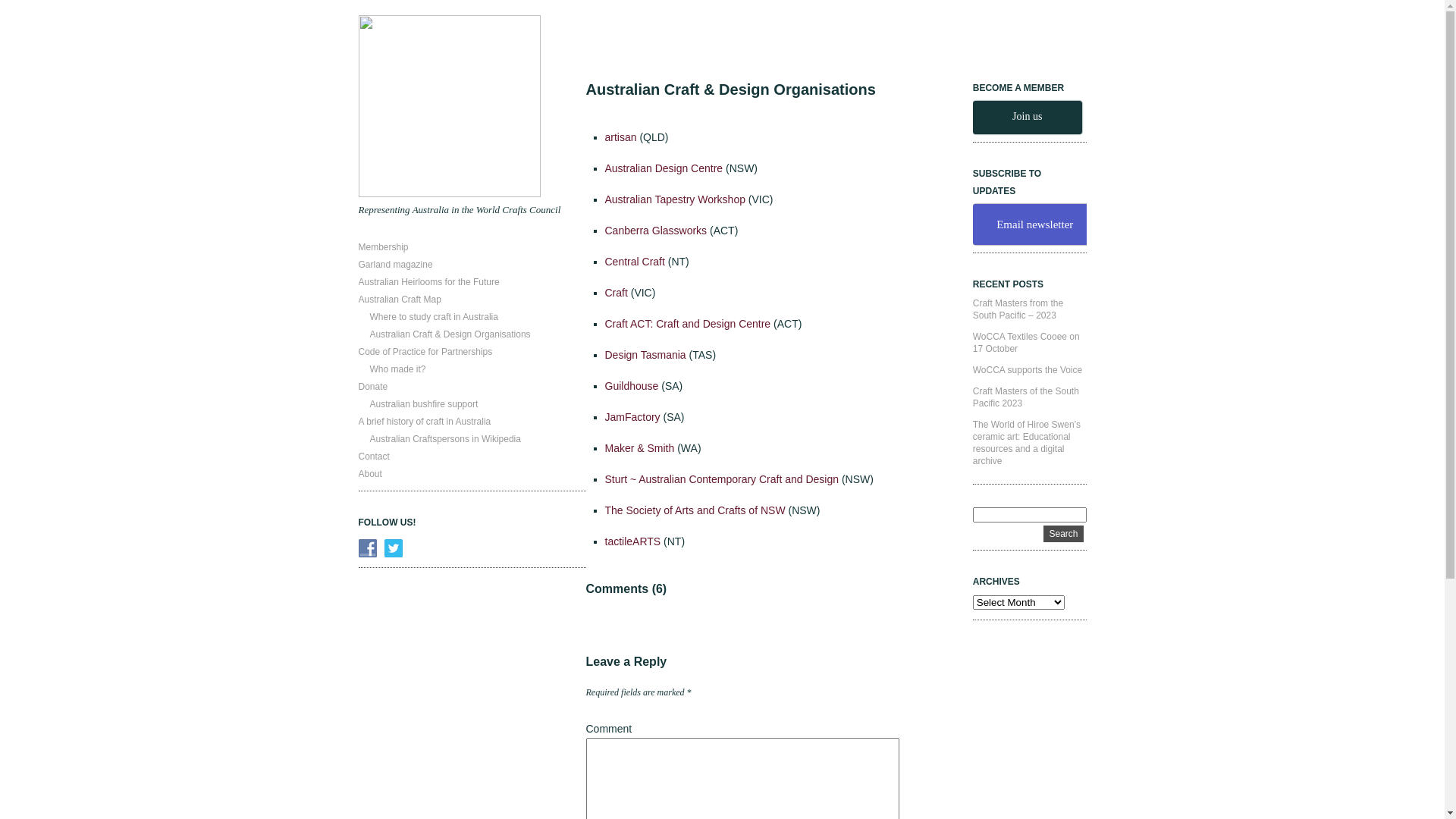 This screenshot has height=819, width=1456. I want to click on 'Central Craft', so click(635, 260).